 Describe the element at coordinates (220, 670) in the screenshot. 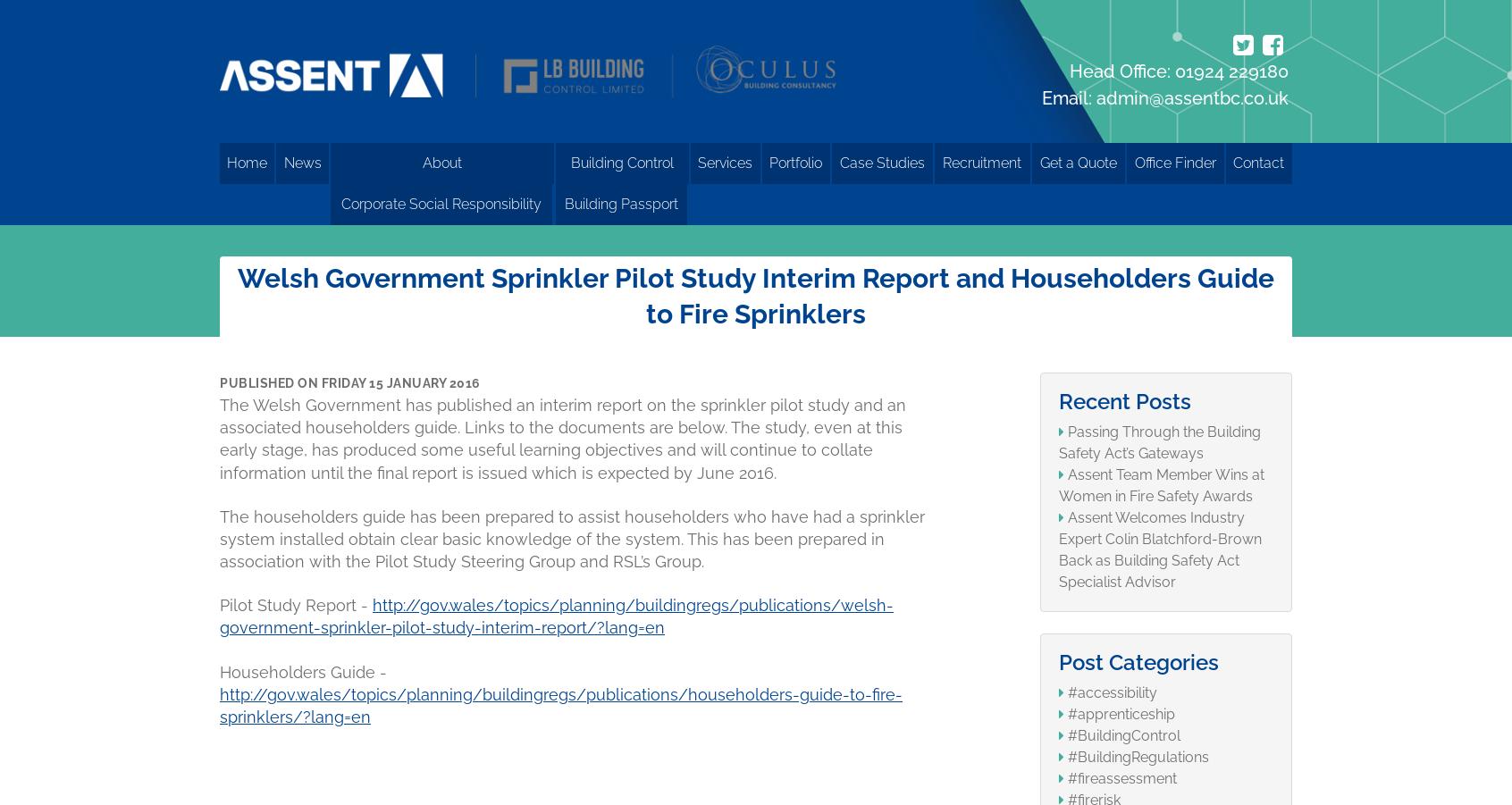

I see `'Householders Guide -'` at that location.